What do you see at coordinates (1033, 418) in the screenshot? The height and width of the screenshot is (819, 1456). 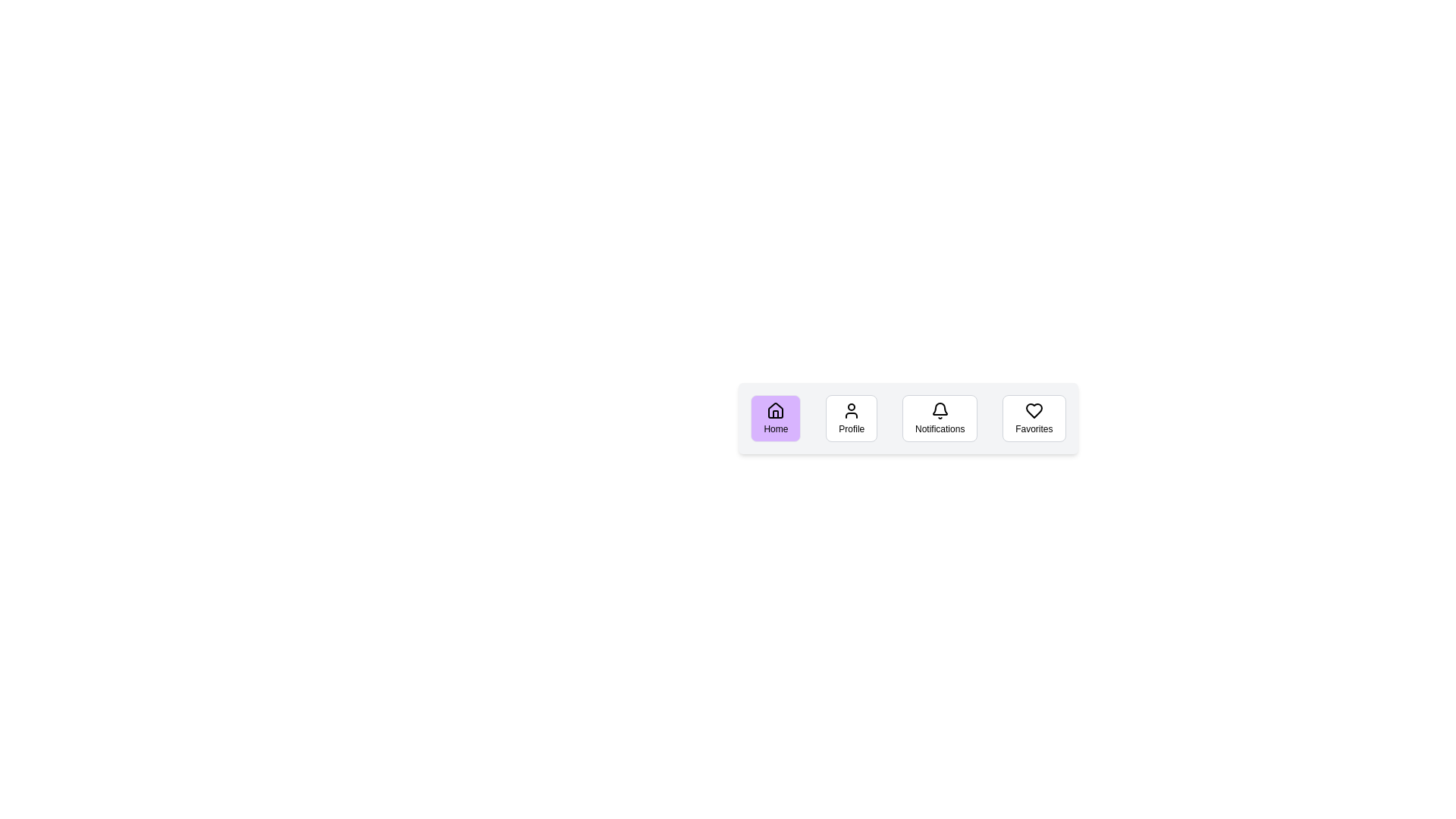 I see `the Favorites button to navigate to the corresponding section` at bounding box center [1033, 418].